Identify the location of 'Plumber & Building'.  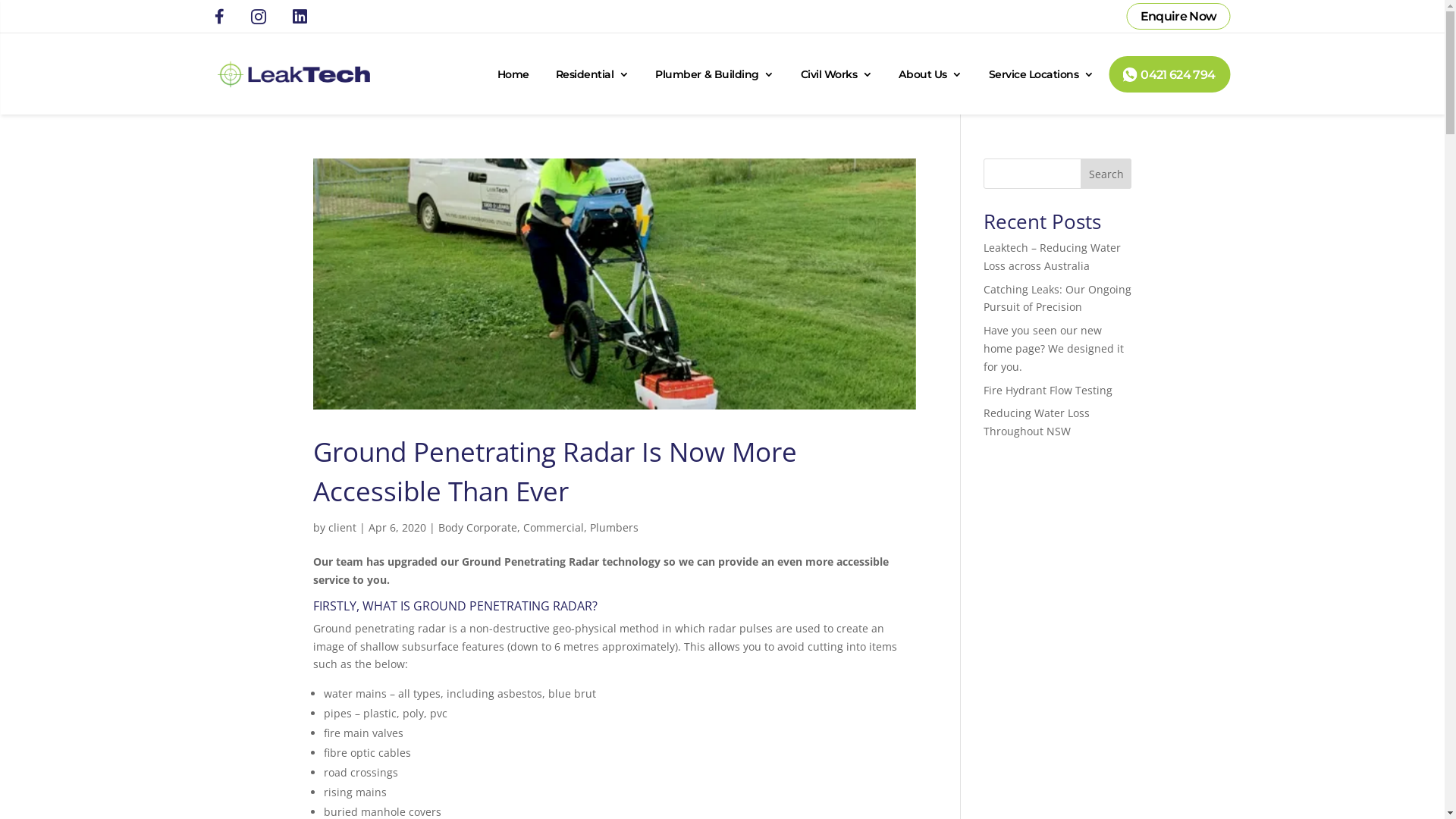
(655, 74).